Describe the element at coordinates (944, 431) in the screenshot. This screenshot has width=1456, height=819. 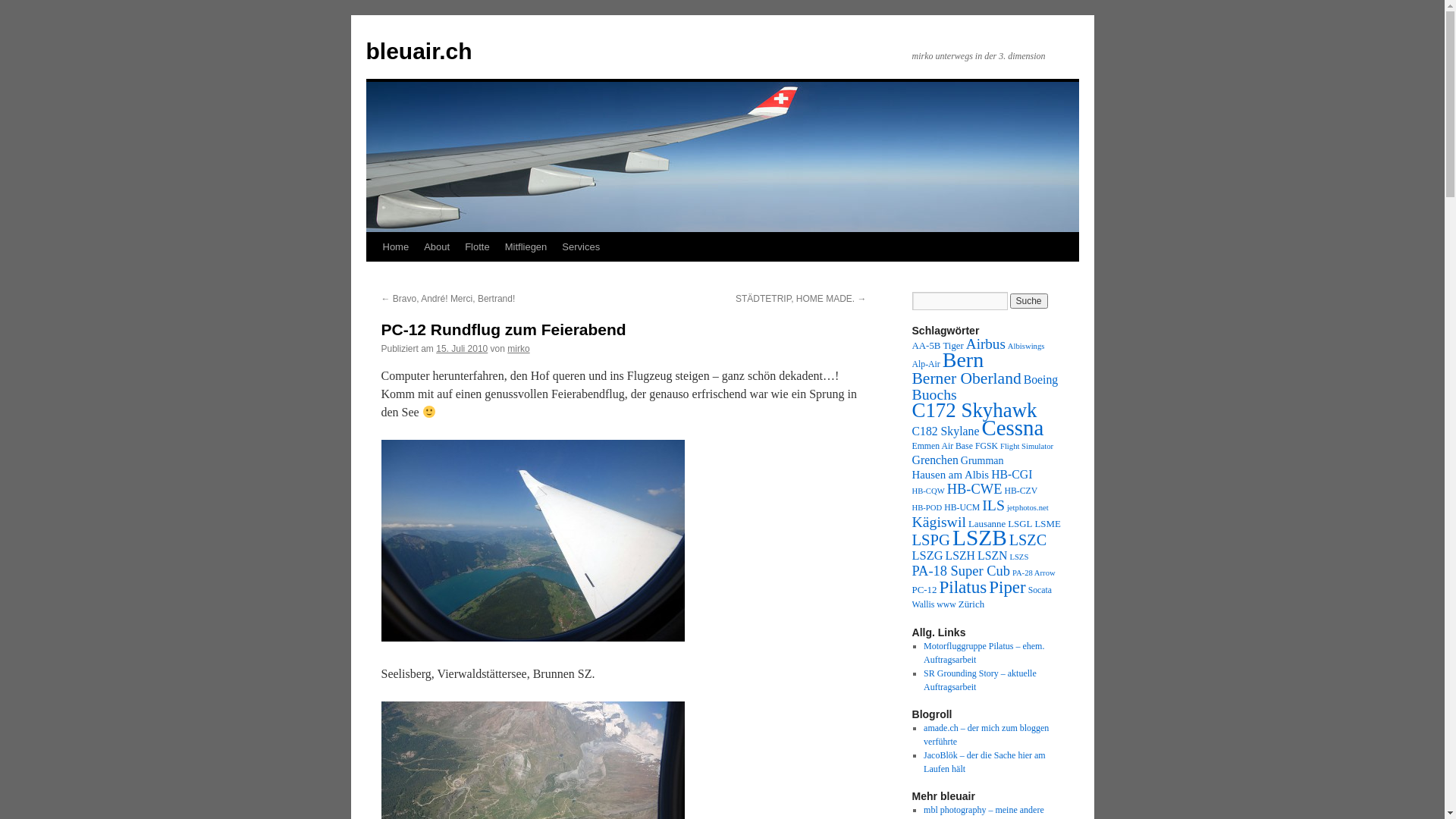
I see `'C182 Skylane'` at that location.